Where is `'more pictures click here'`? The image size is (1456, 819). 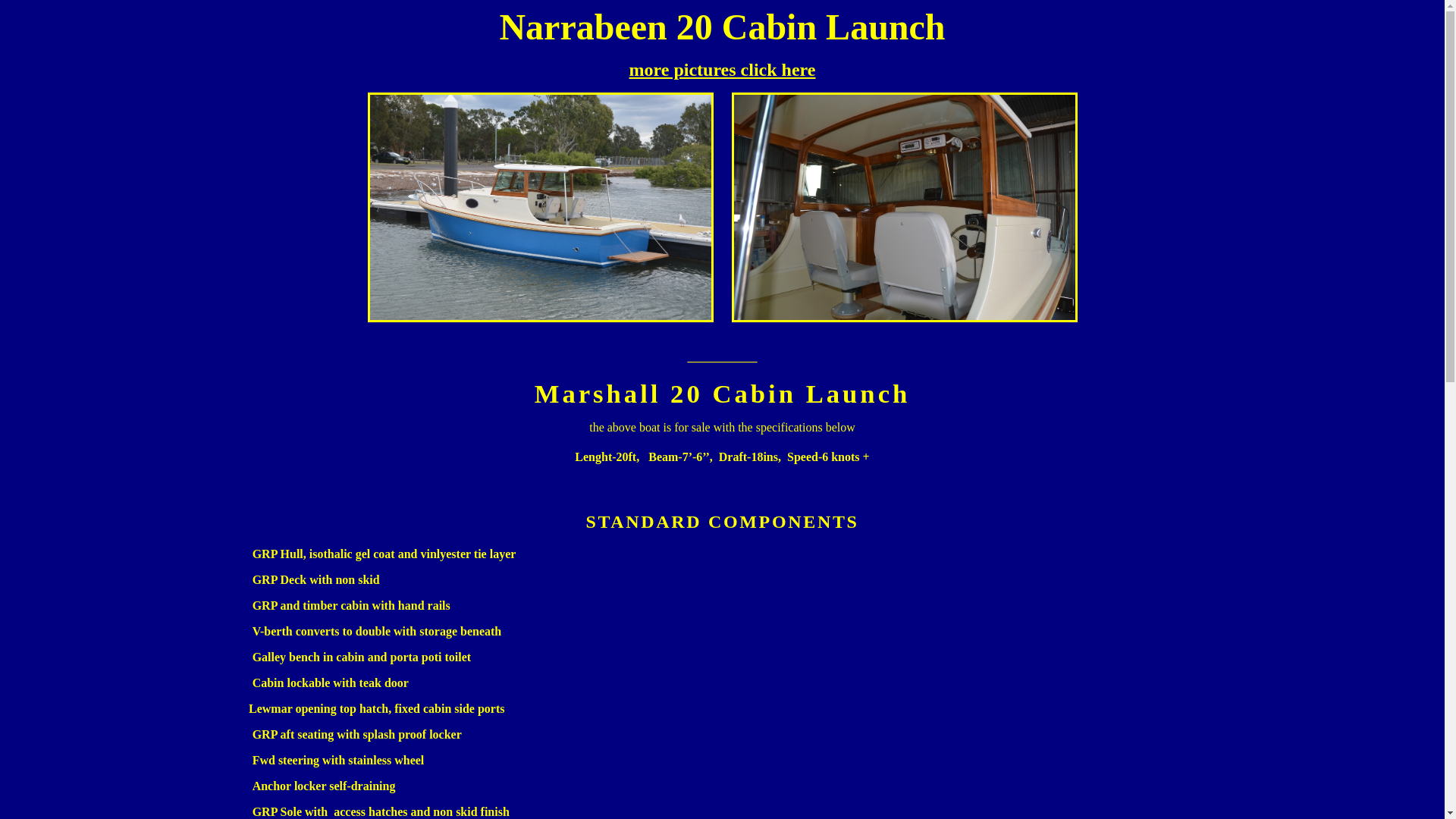
'more pictures click here' is located at coordinates (629, 70).